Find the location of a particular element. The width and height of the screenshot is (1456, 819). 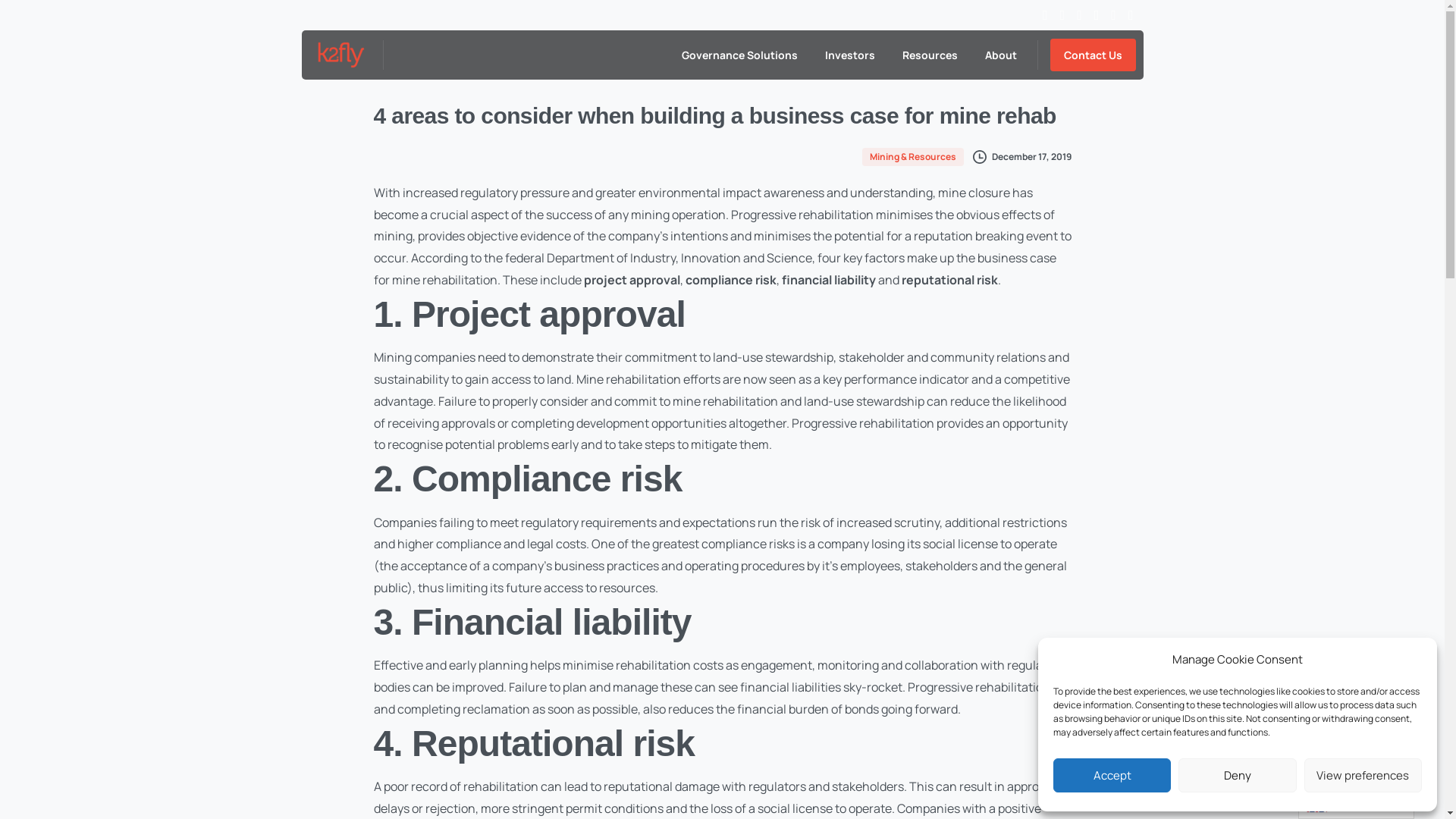

'Contact Us' is located at coordinates (1092, 54).